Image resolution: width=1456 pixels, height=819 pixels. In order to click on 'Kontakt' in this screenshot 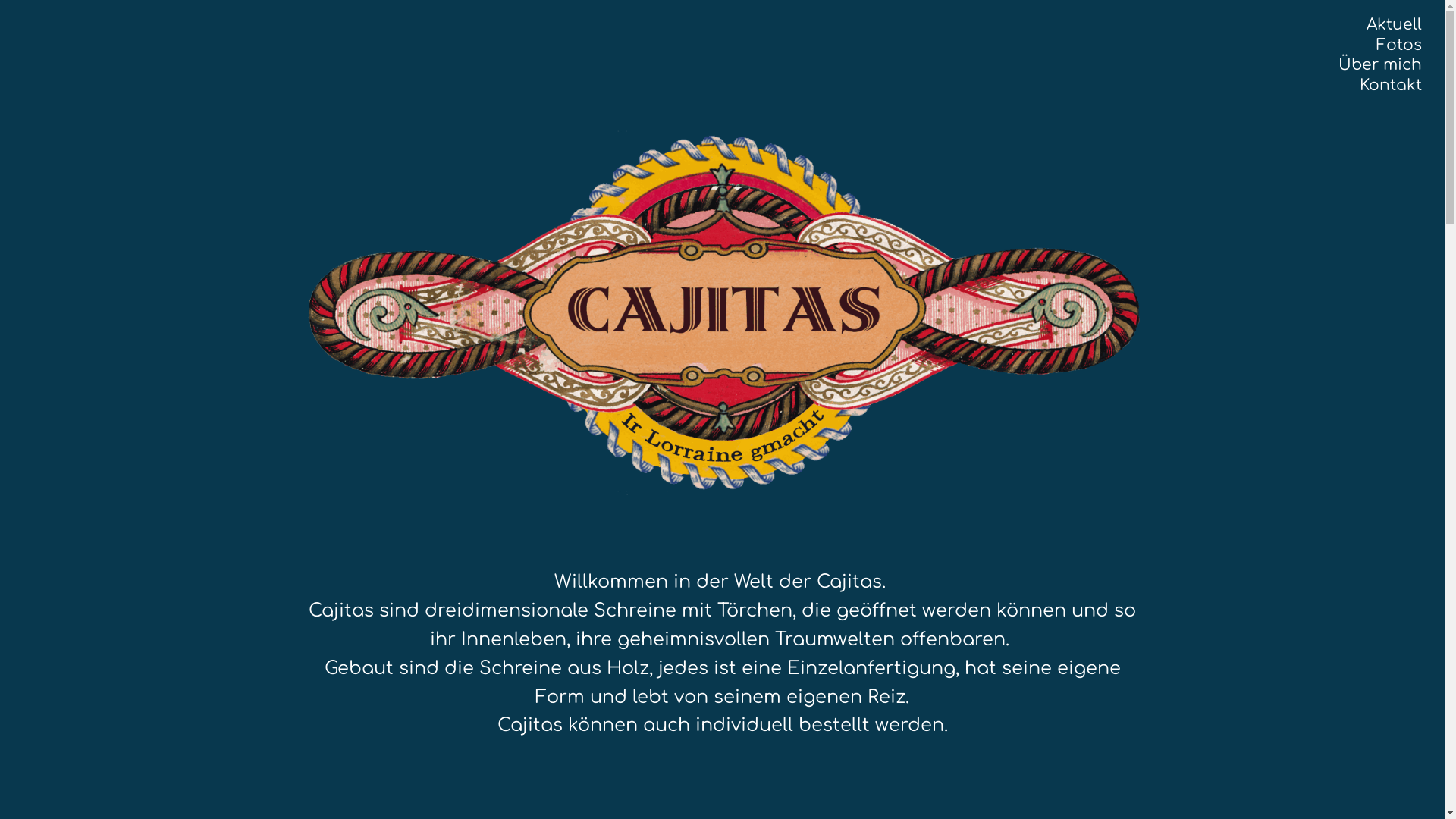, I will do `click(1360, 85)`.